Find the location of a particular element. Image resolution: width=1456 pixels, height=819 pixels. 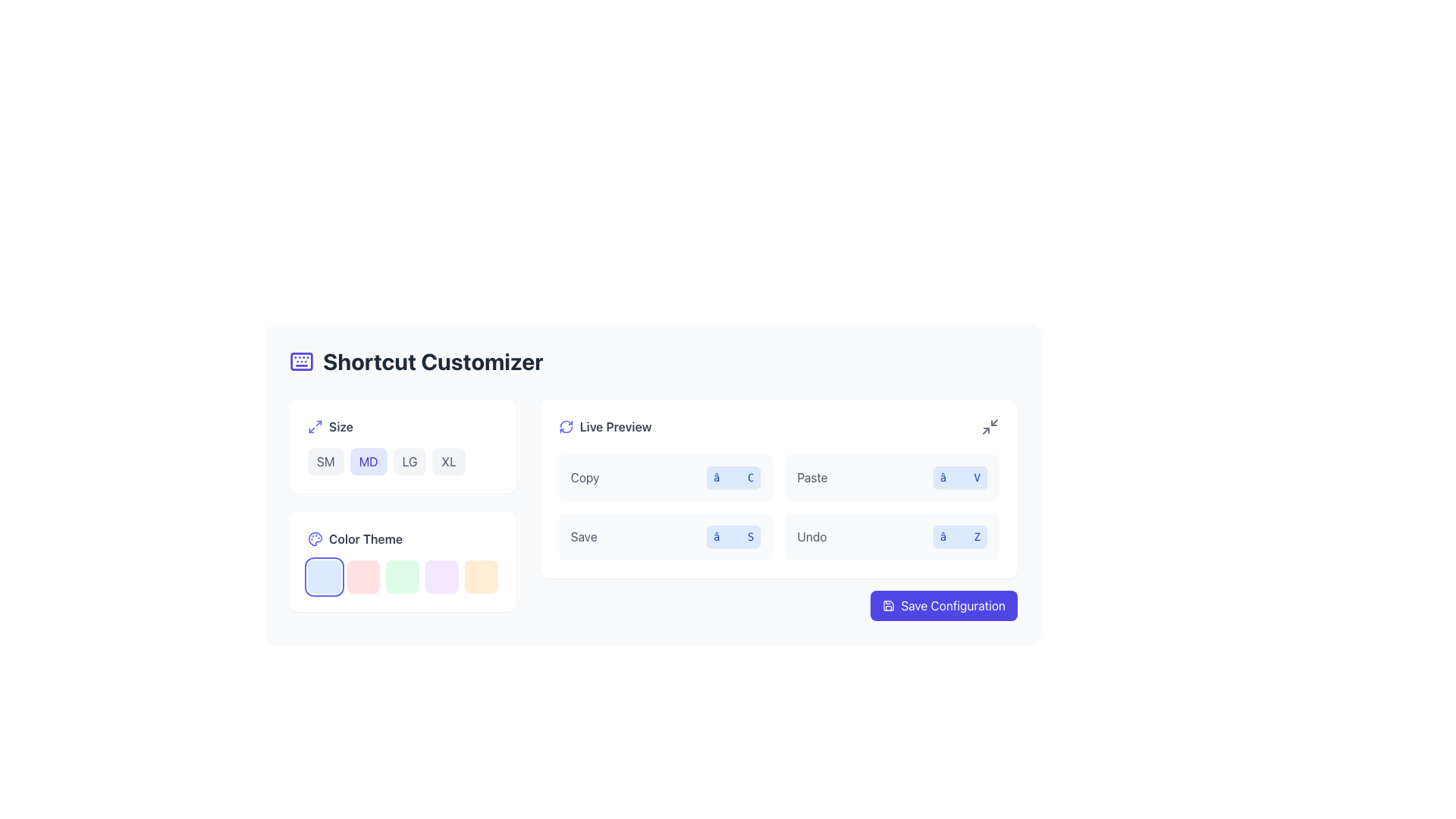

the 'XL' button, which is the fourth button in the 'Size' customization area is located at coordinates (448, 461).